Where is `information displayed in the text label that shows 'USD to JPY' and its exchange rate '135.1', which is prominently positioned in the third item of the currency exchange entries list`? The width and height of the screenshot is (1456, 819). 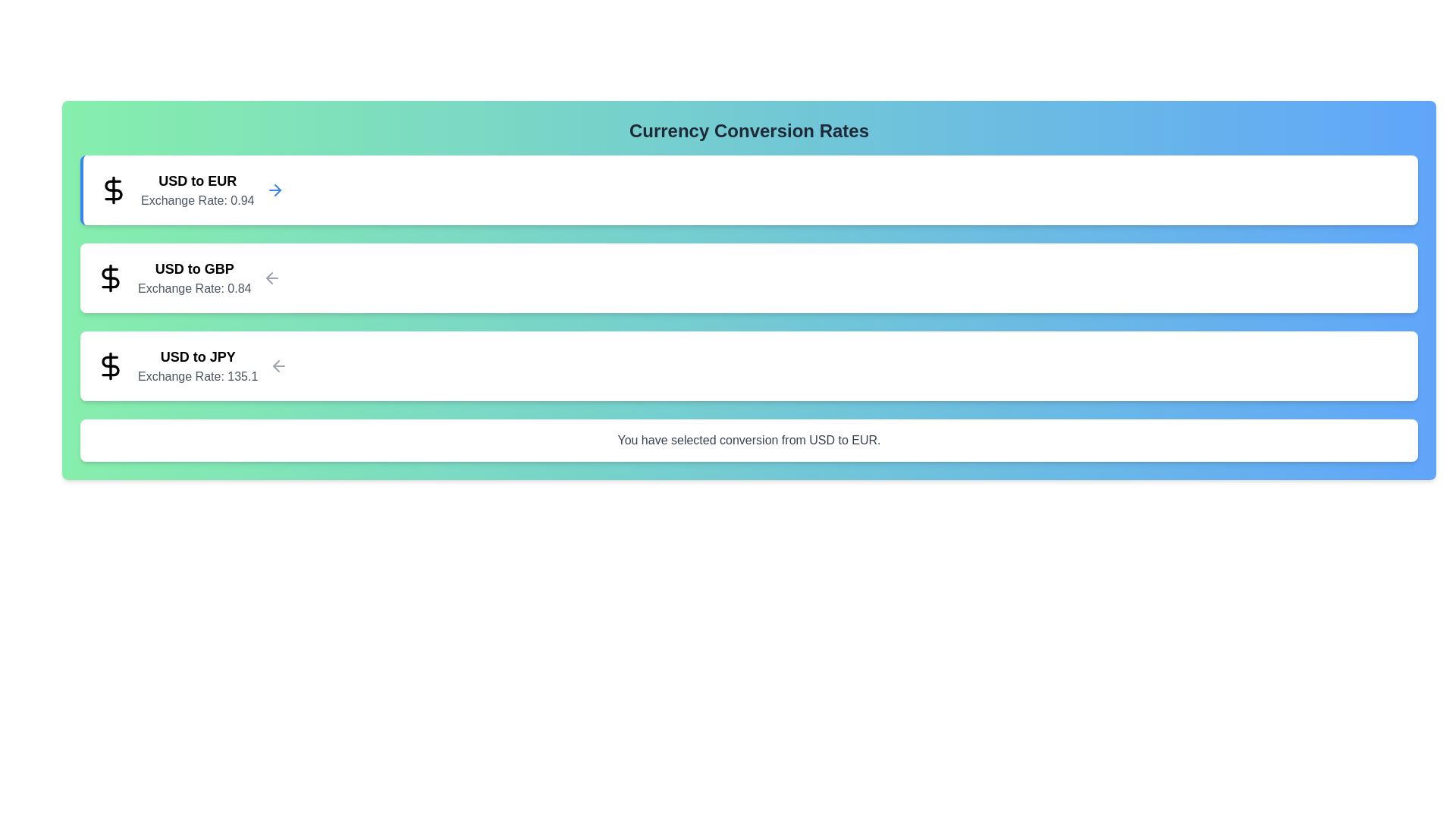 information displayed in the text label that shows 'USD to JPY' and its exchange rate '135.1', which is prominently positioned in the third item of the currency exchange entries list is located at coordinates (197, 366).